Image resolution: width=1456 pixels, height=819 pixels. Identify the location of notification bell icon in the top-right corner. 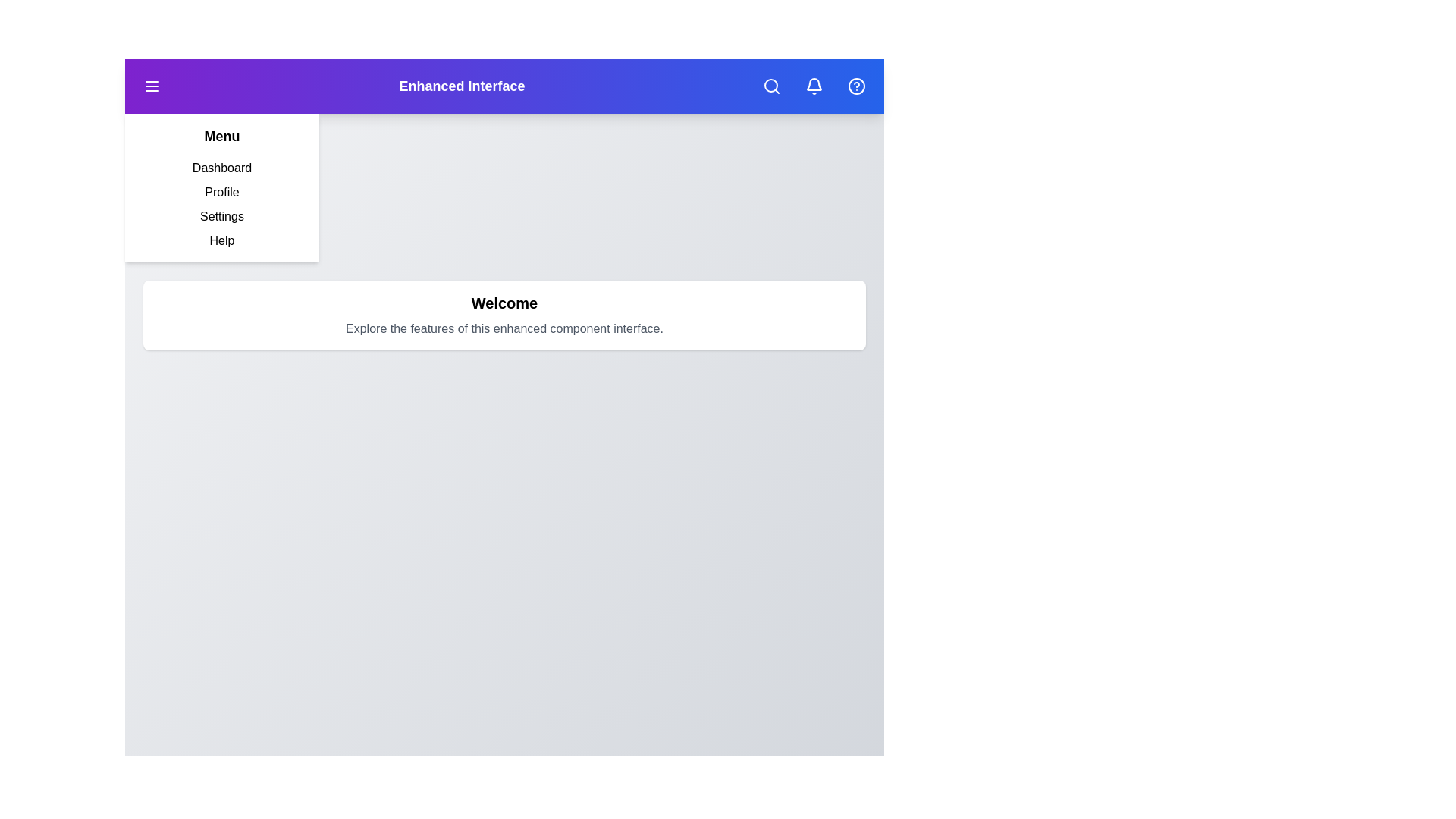
(814, 86).